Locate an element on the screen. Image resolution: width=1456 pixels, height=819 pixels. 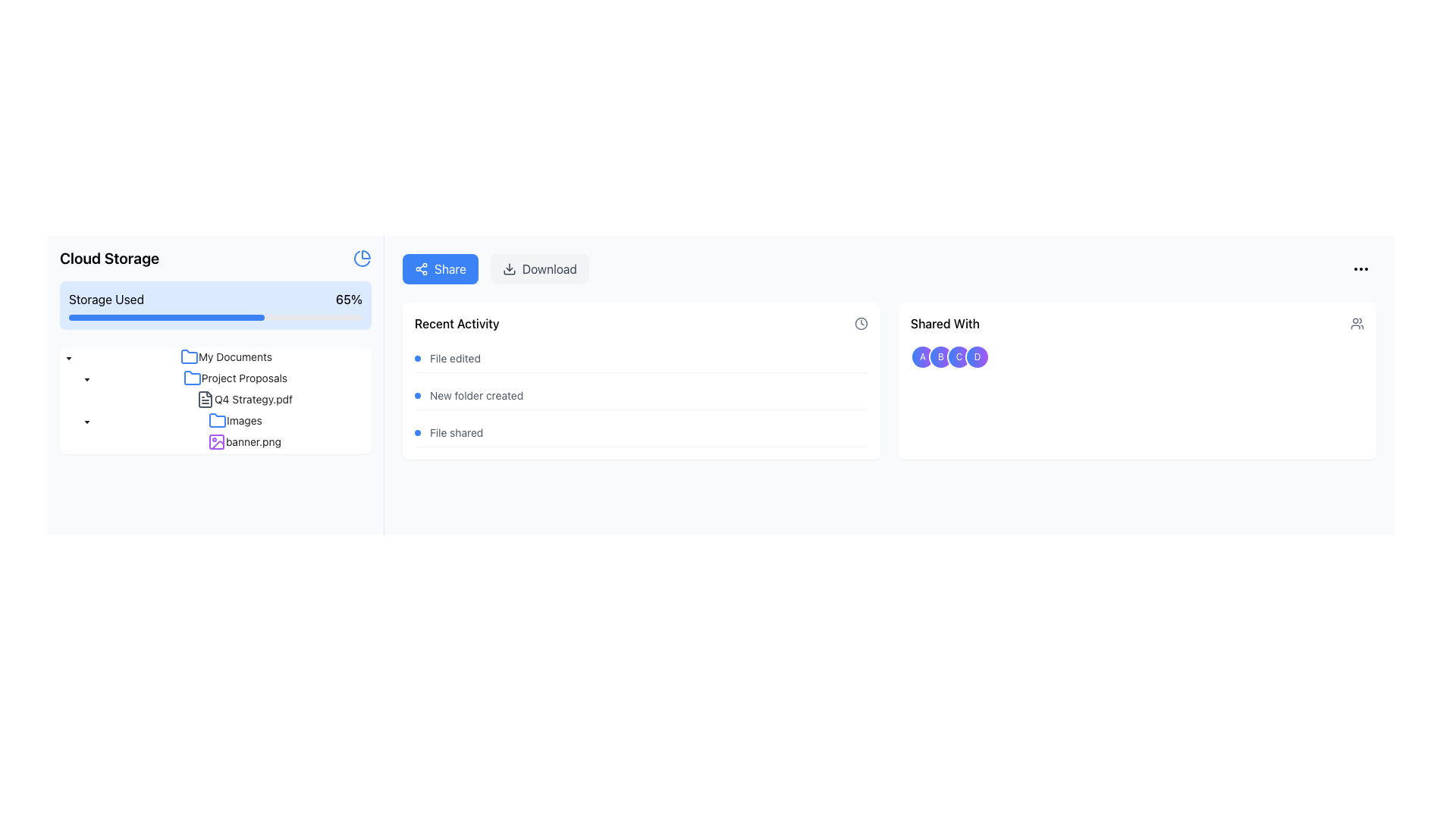
the horizontal progress bar in the 'Storage Used' section of the 'Cloud Storage' panel, which is located below the text 'Storage Used' and shows '65%' progress is located at coordinates (215, 317).